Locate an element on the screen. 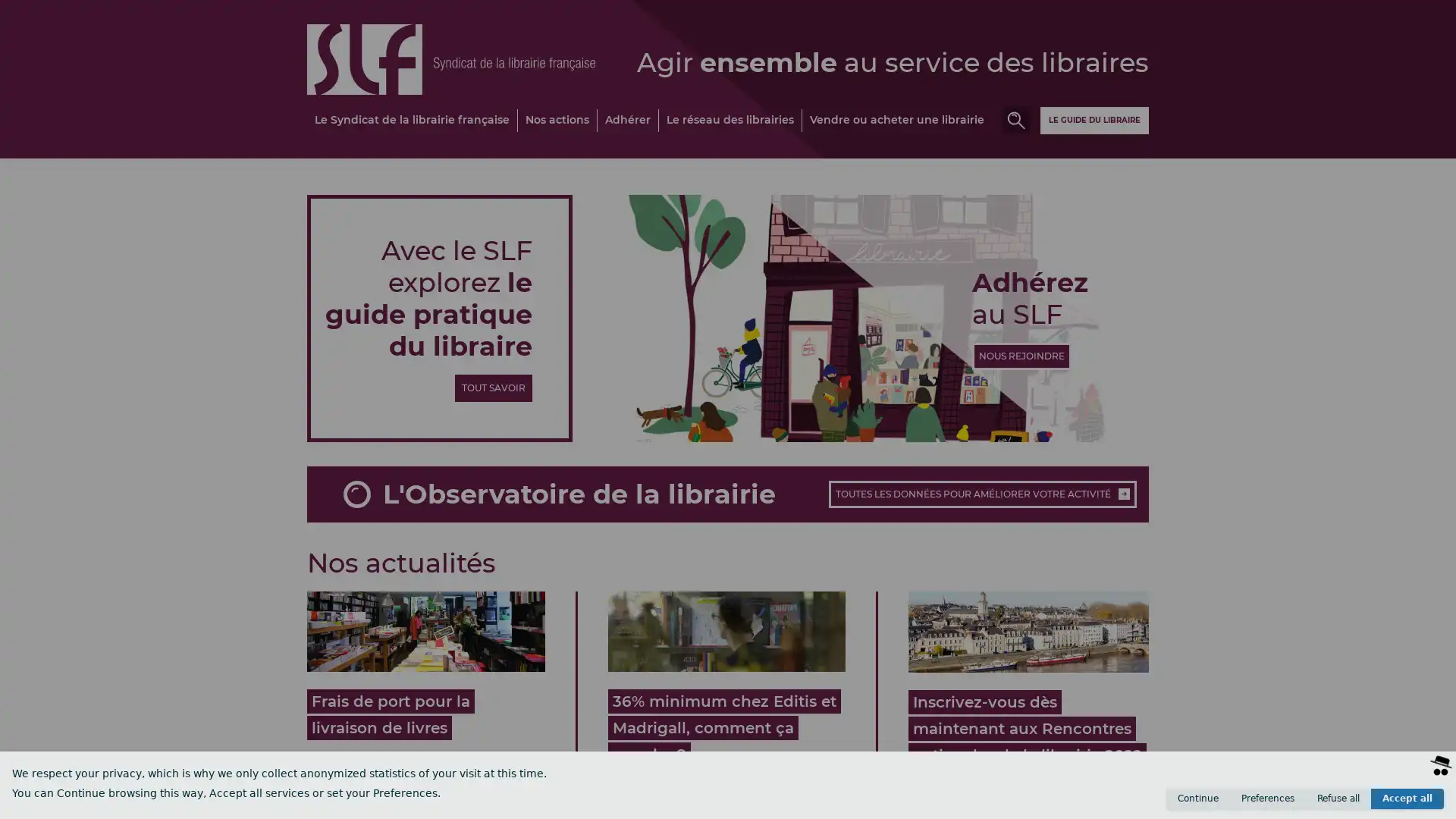 This screenshot has height=819, width=1456. Invisible is located at coordinates (1366, 803).